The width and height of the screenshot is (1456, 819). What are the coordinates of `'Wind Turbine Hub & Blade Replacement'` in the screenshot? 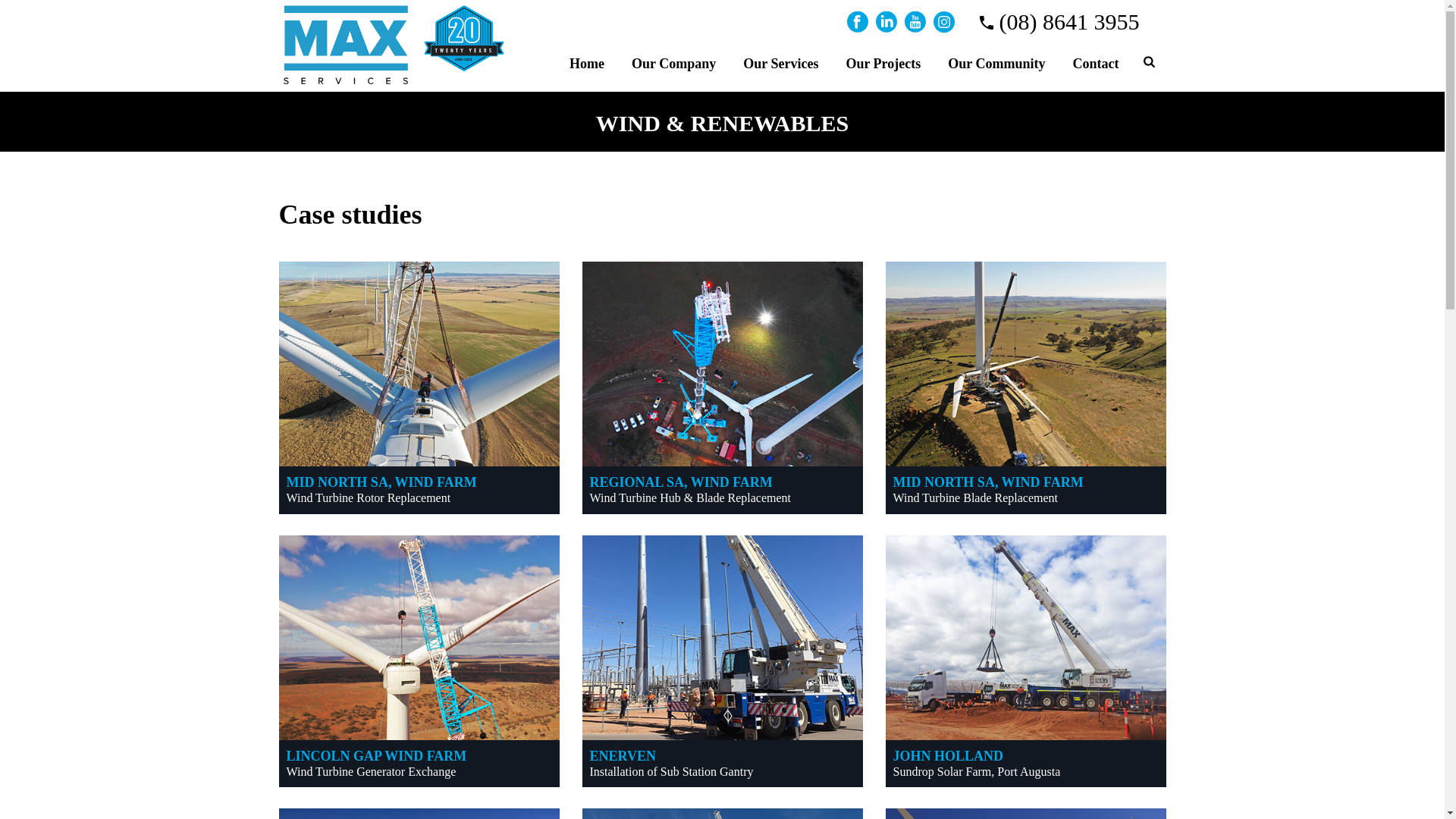 It's located at (690, 497).